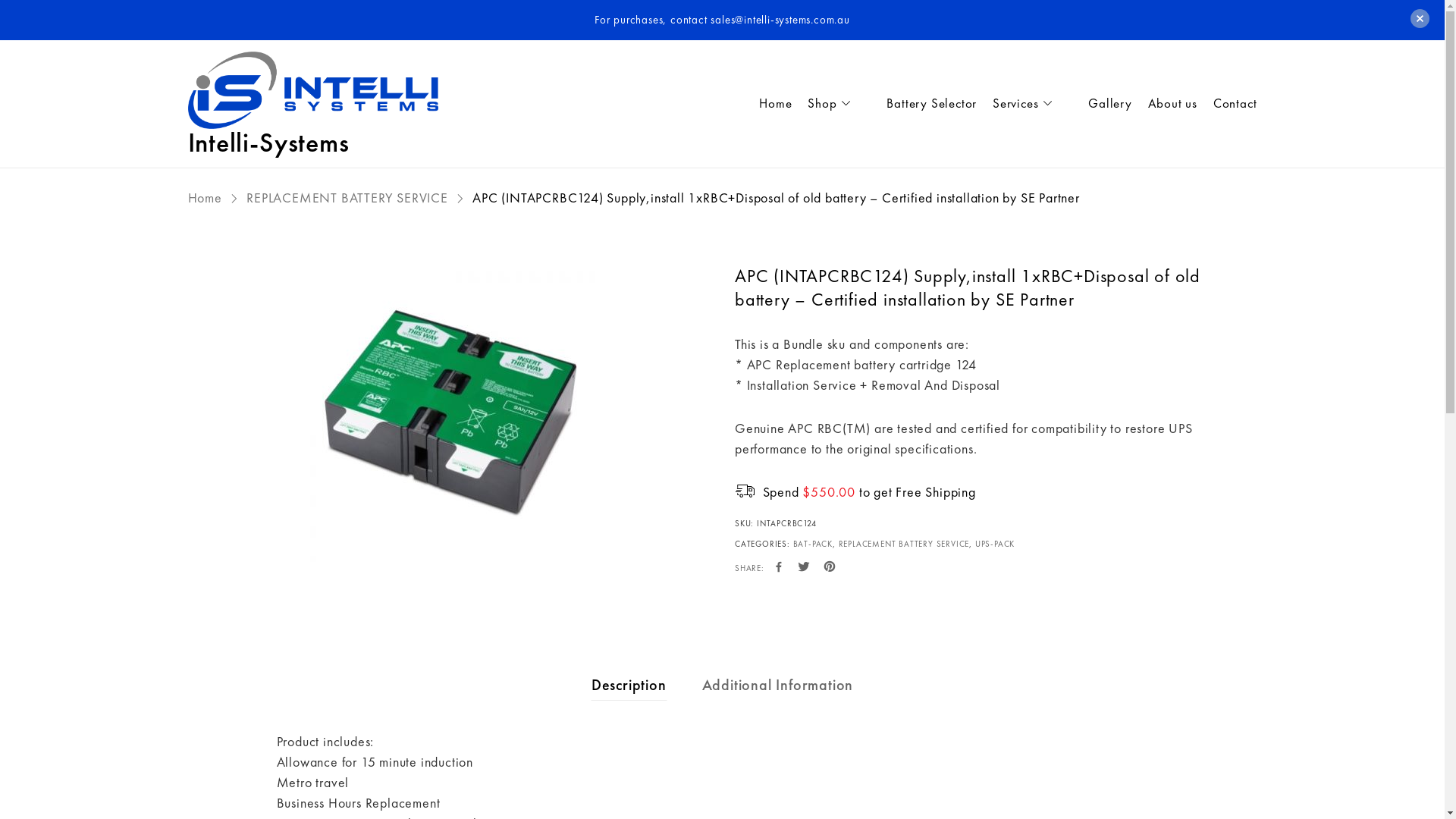 The image size is (1456, 819). What do you see at coordinates (1025, 103) in the screenshot?
I see `'Services'` at bounding box center [1025, 103].